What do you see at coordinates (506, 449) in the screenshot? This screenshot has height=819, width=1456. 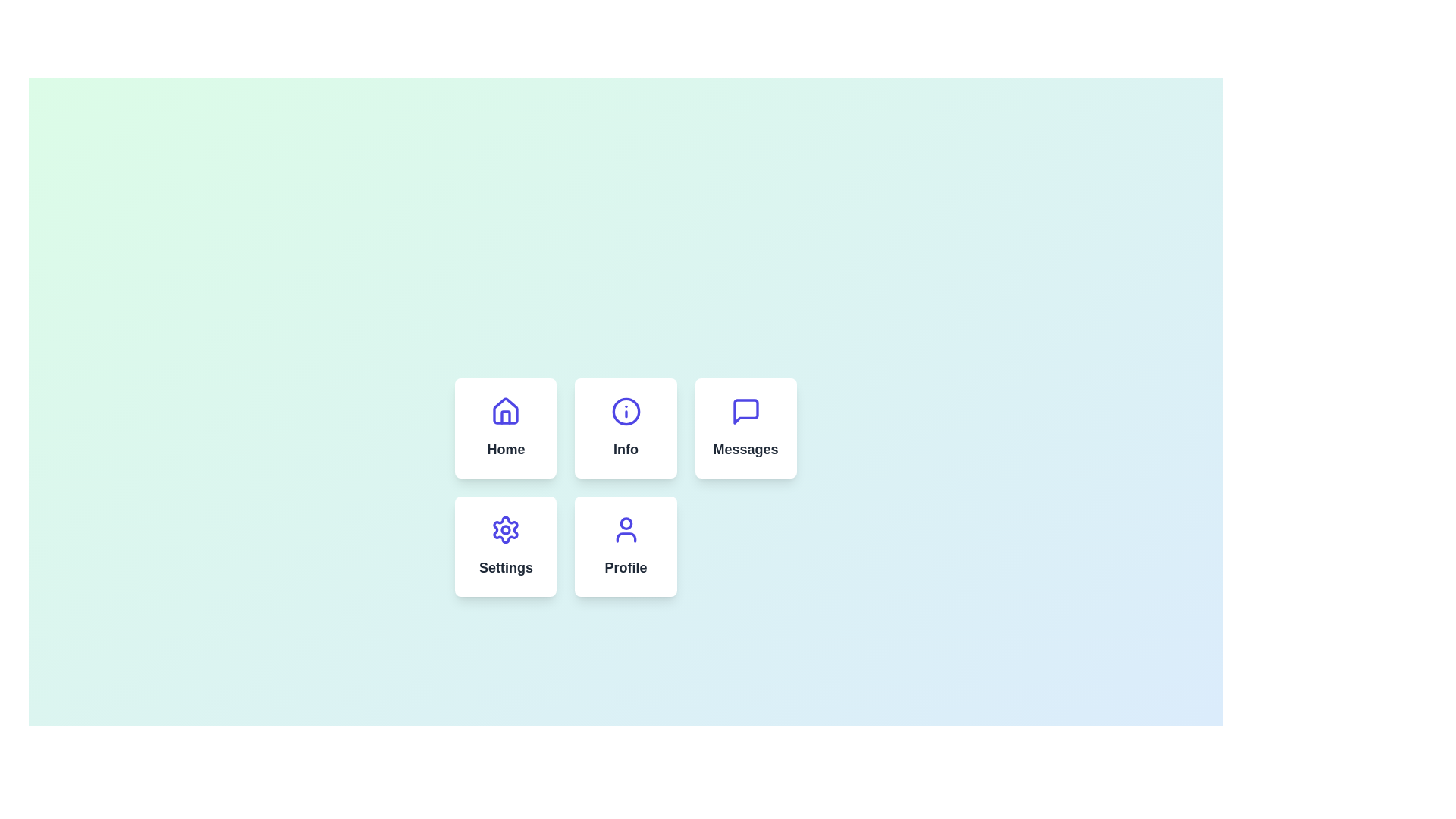 I see `text of the label or heading located below the house icon in the associated panel, which indicates its content or functionality` at bounding box center [506, 449].